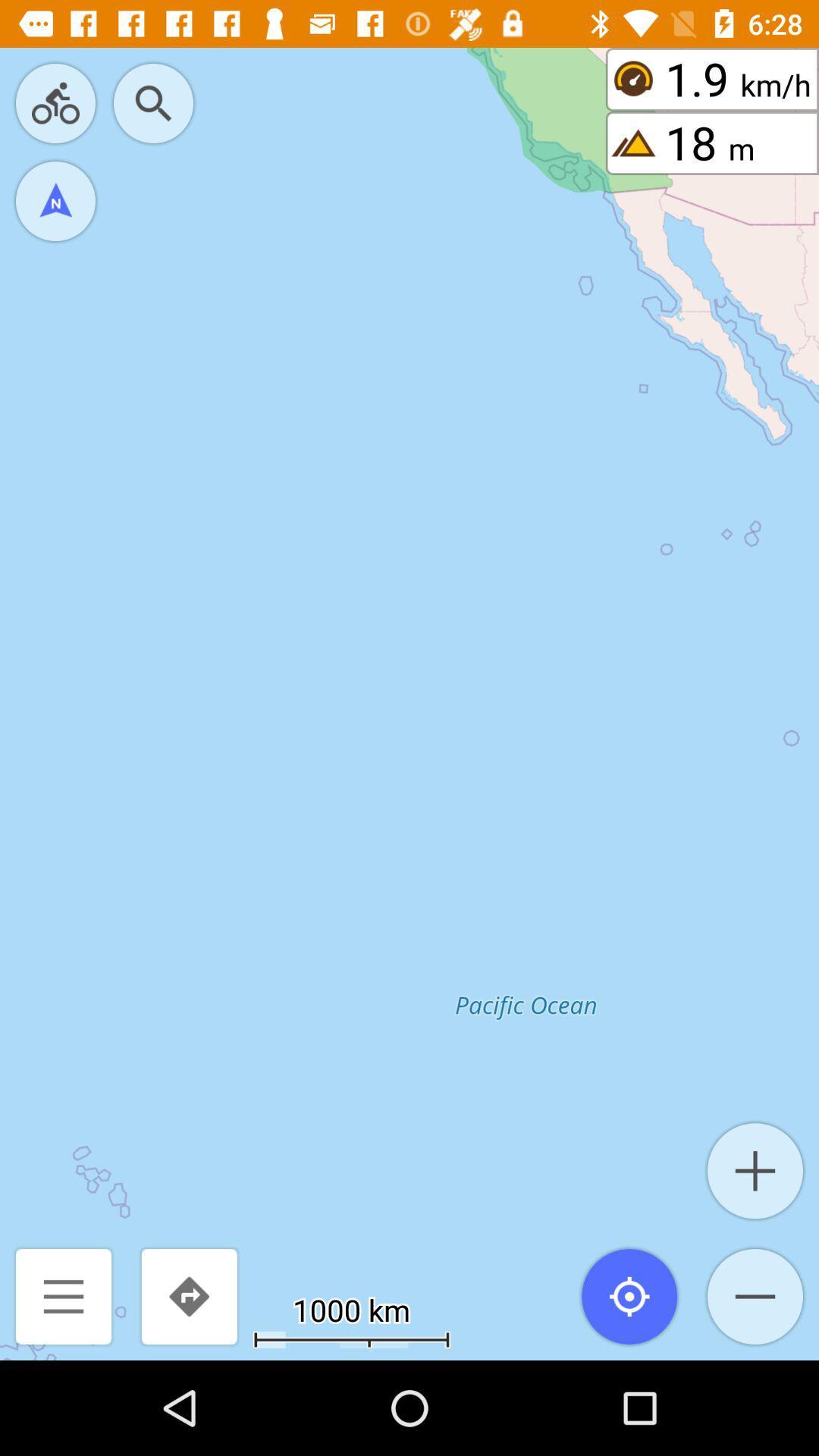 Image resolution: width=819 pixels, height=1456 pixels. I want to click on the menu icon, so click(63, 1295).